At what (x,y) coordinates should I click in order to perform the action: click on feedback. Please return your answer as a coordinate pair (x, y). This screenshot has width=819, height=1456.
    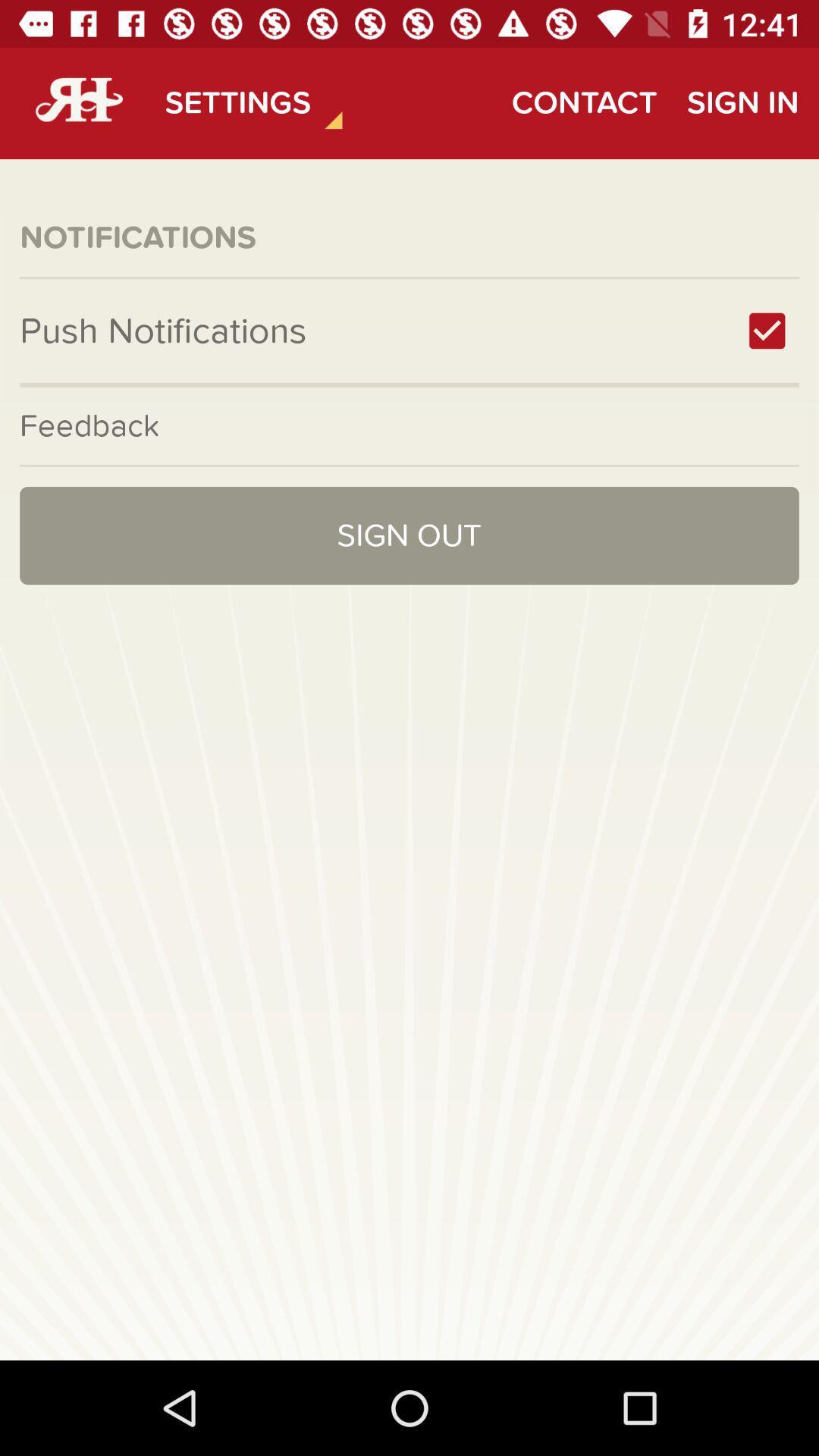
    Looking at the image, I should click on (409, 425).